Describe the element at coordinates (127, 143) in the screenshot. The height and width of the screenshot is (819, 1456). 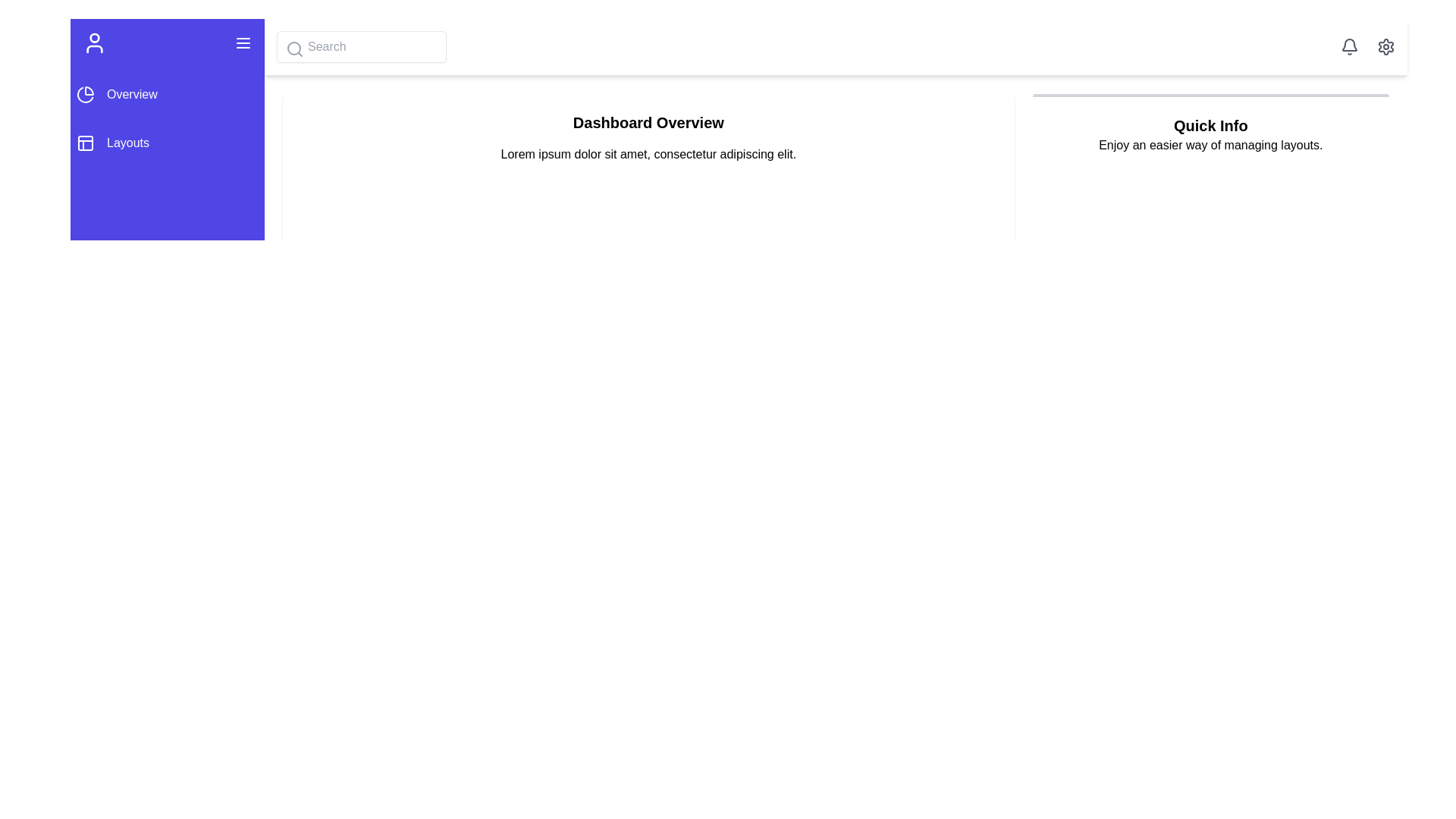
I see `the Text label for the navigation menu item located below the 'Overview' menu item, which serves as a non-interactive label for layouts` at that location.